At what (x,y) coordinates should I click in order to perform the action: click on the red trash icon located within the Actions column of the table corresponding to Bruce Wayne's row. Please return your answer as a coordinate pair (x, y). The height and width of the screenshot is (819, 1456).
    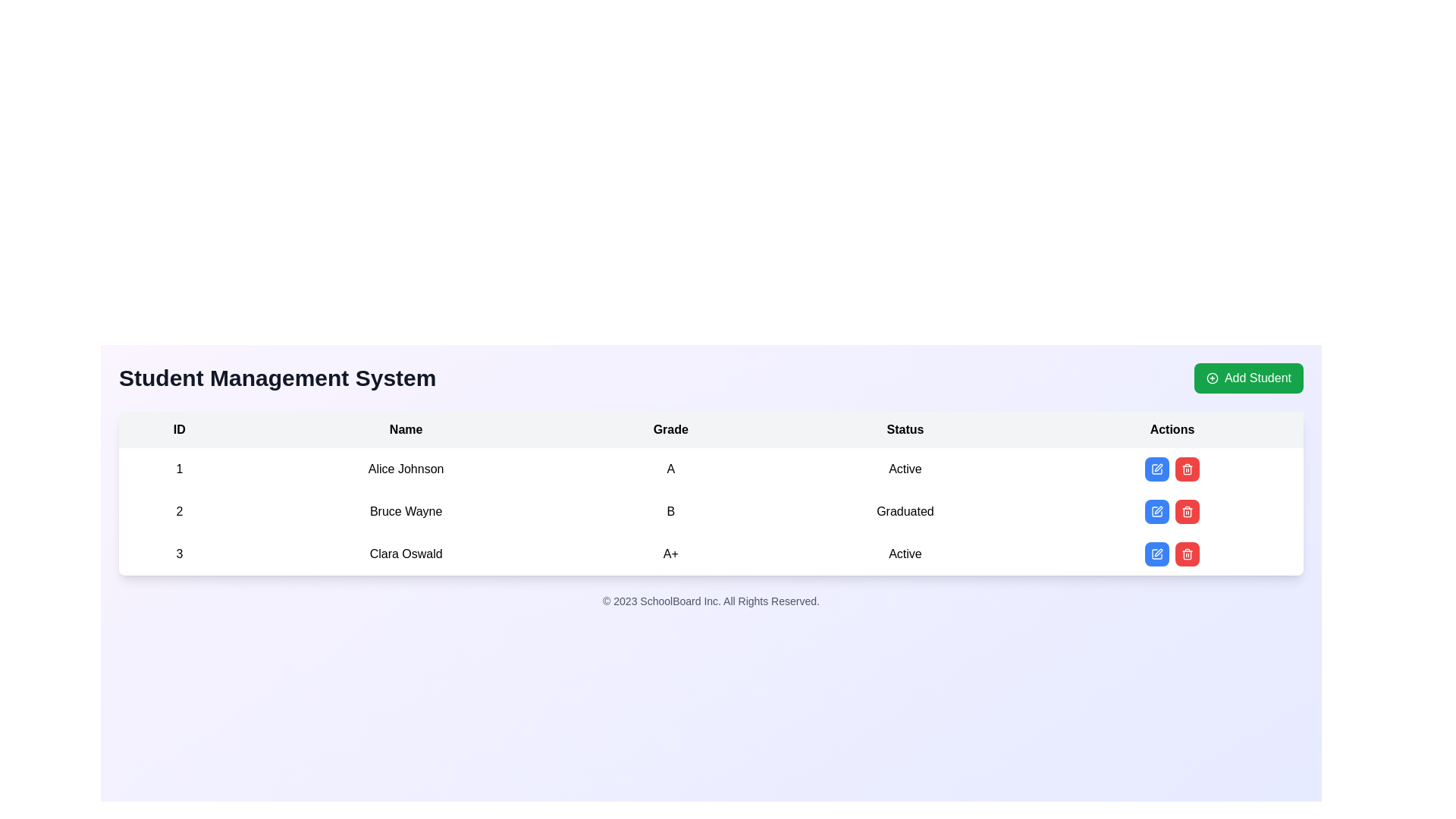
    Looking at the image, I should click on (1186, 512).